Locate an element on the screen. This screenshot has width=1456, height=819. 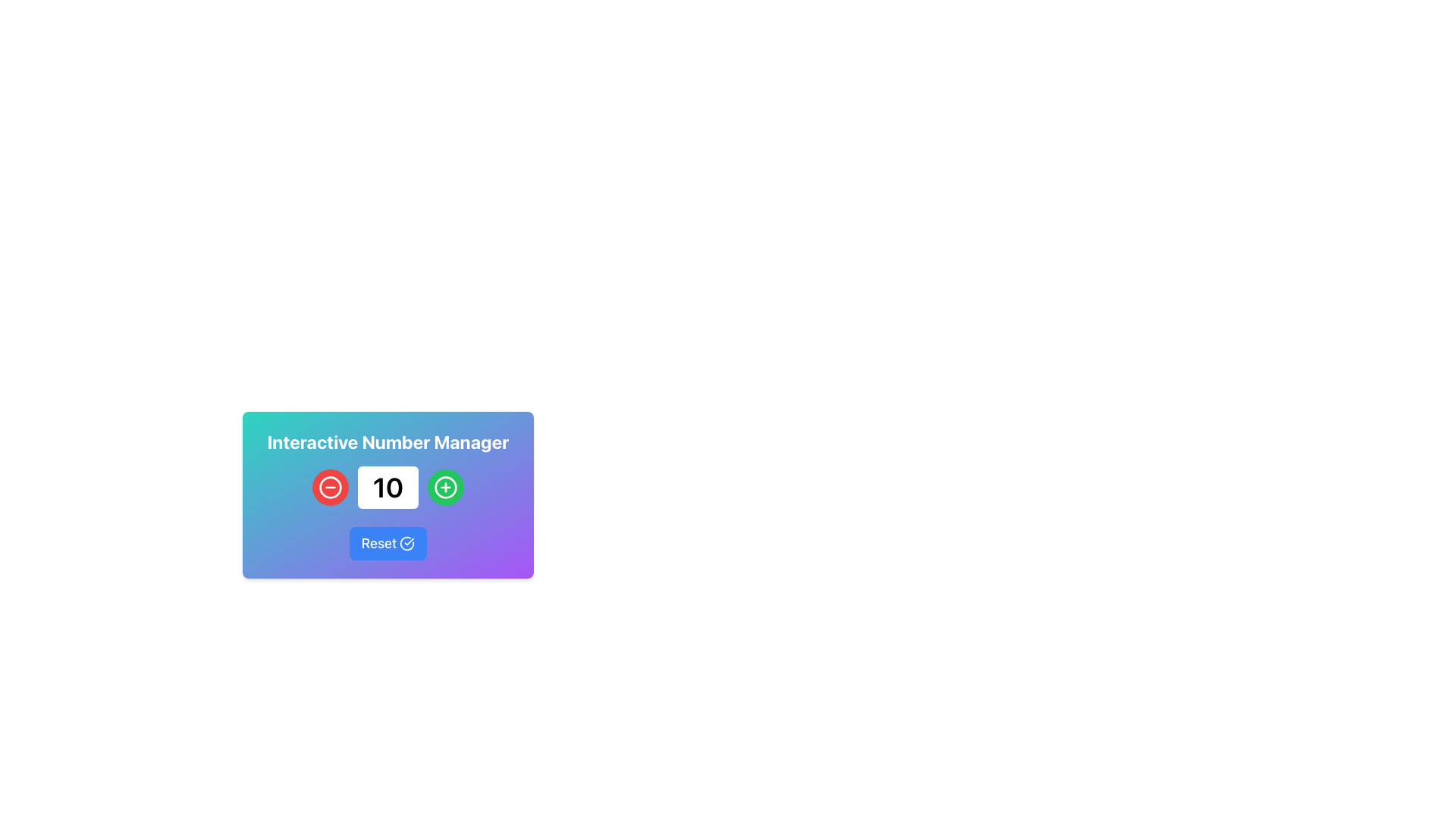
the decrement button located on the left side of the number display showing '10' to observe the color change is located at coordinates (330, 488).